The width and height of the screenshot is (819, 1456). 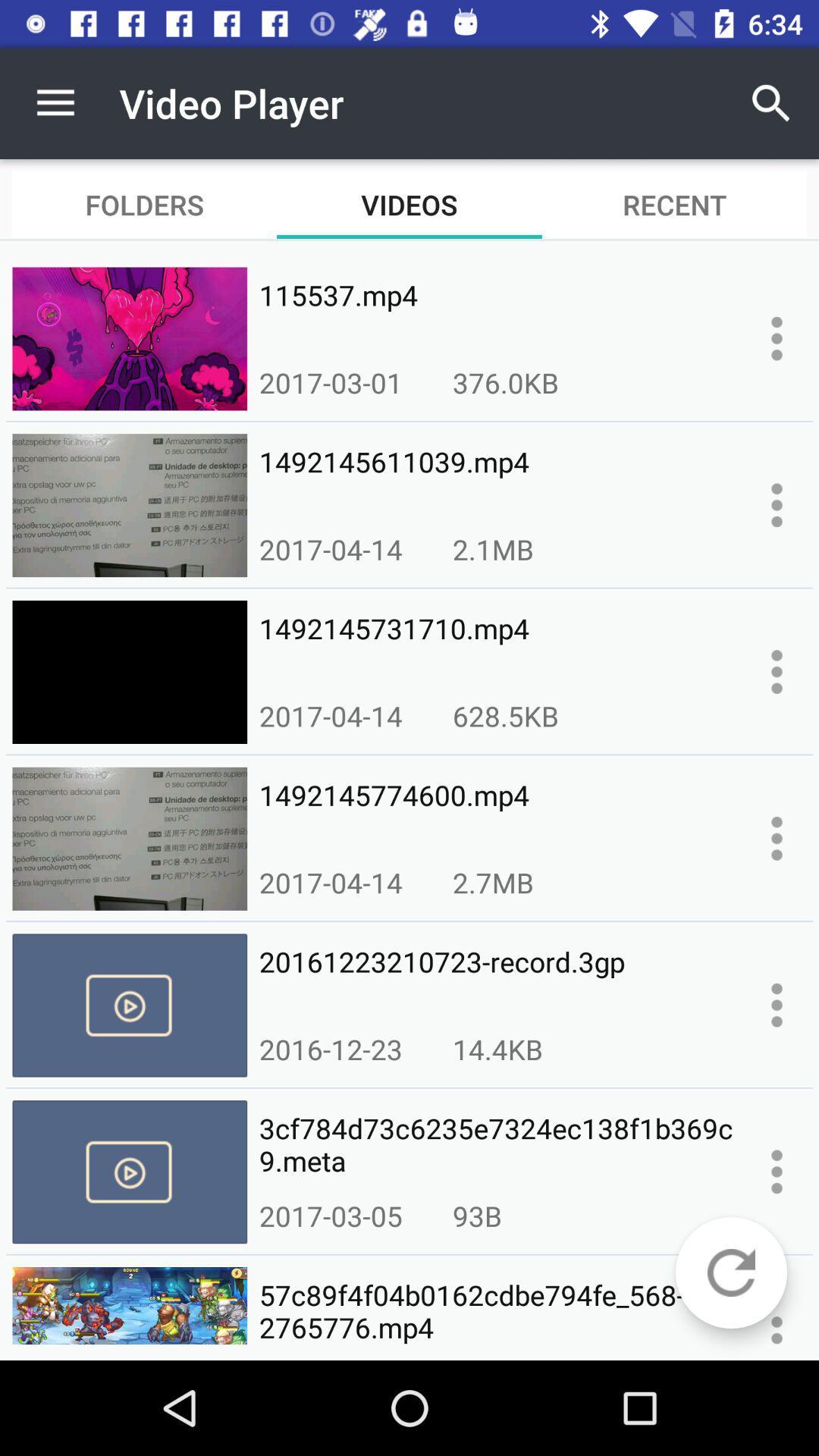 What do you see at coordinates (55, 102) in the screenshot?
I see `the app to the left of video player` at bounding box center [55, 102].